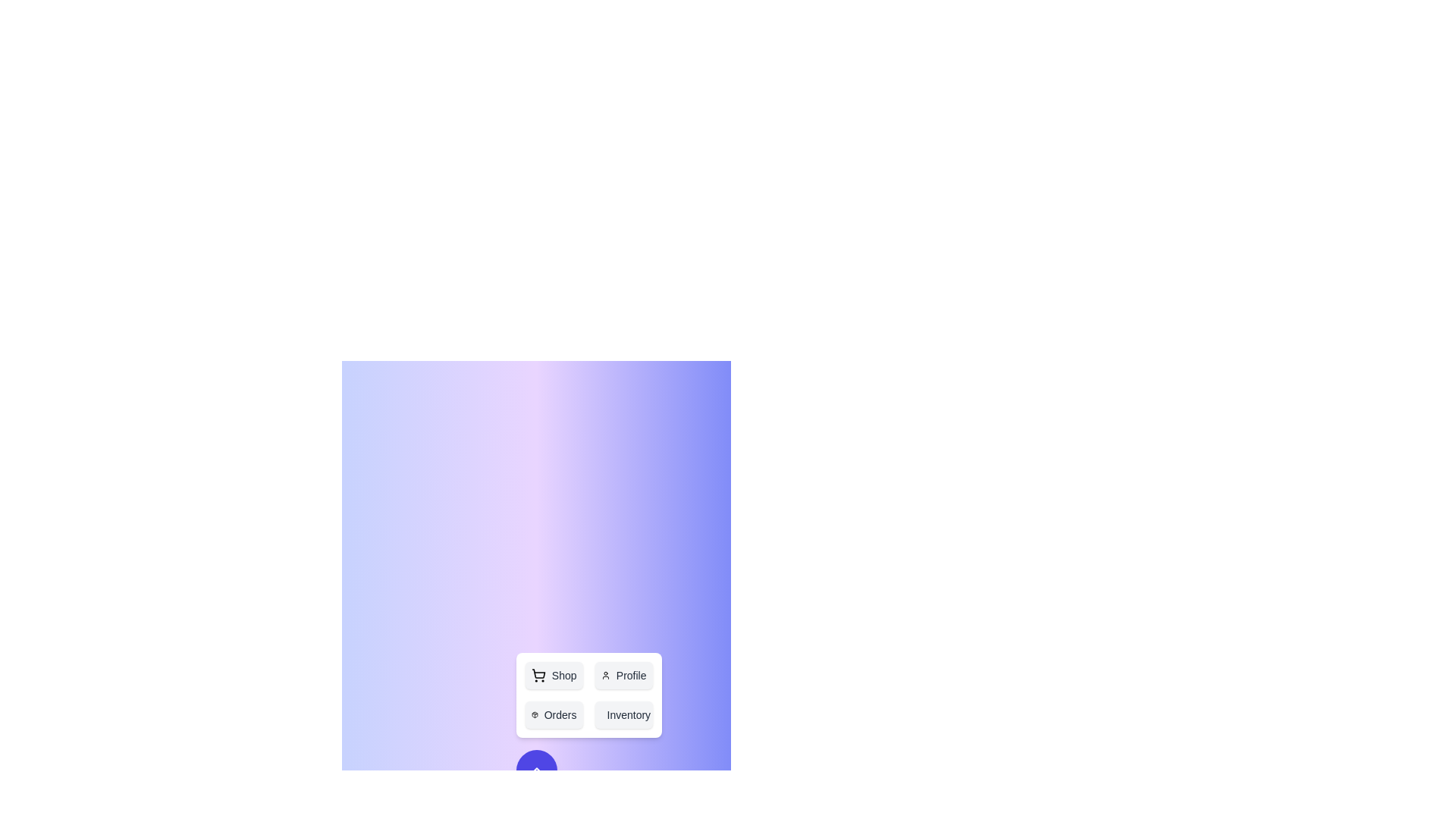 The height and width of the screenshot is (819, 1456). What do you see at coordinates (536, 770) in the screenshot?
I see `toggle button to change the visibility of the action menu` at bounding box center [536, 770].